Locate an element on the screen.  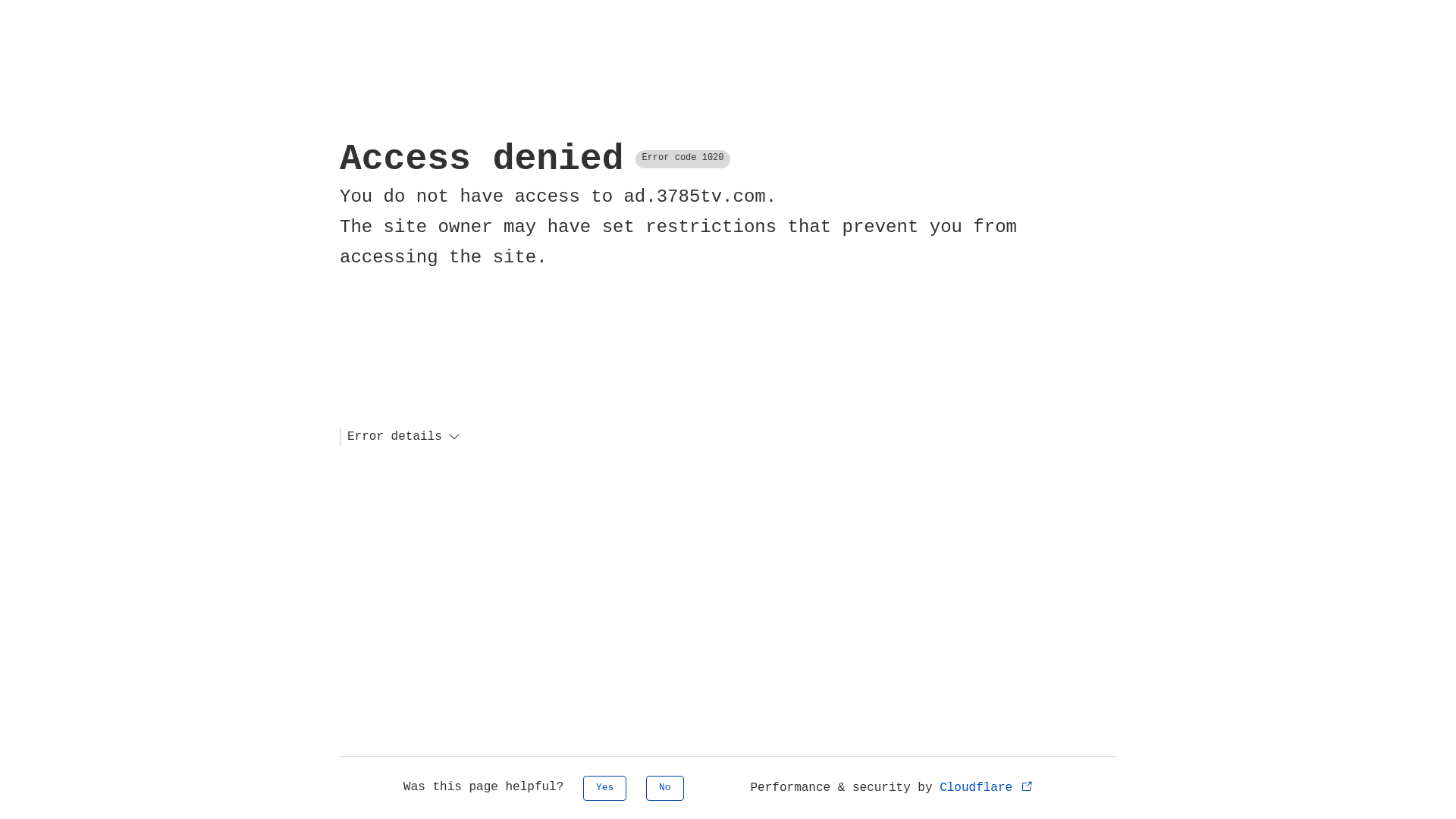
'No' is located at coordinates (665, 787).